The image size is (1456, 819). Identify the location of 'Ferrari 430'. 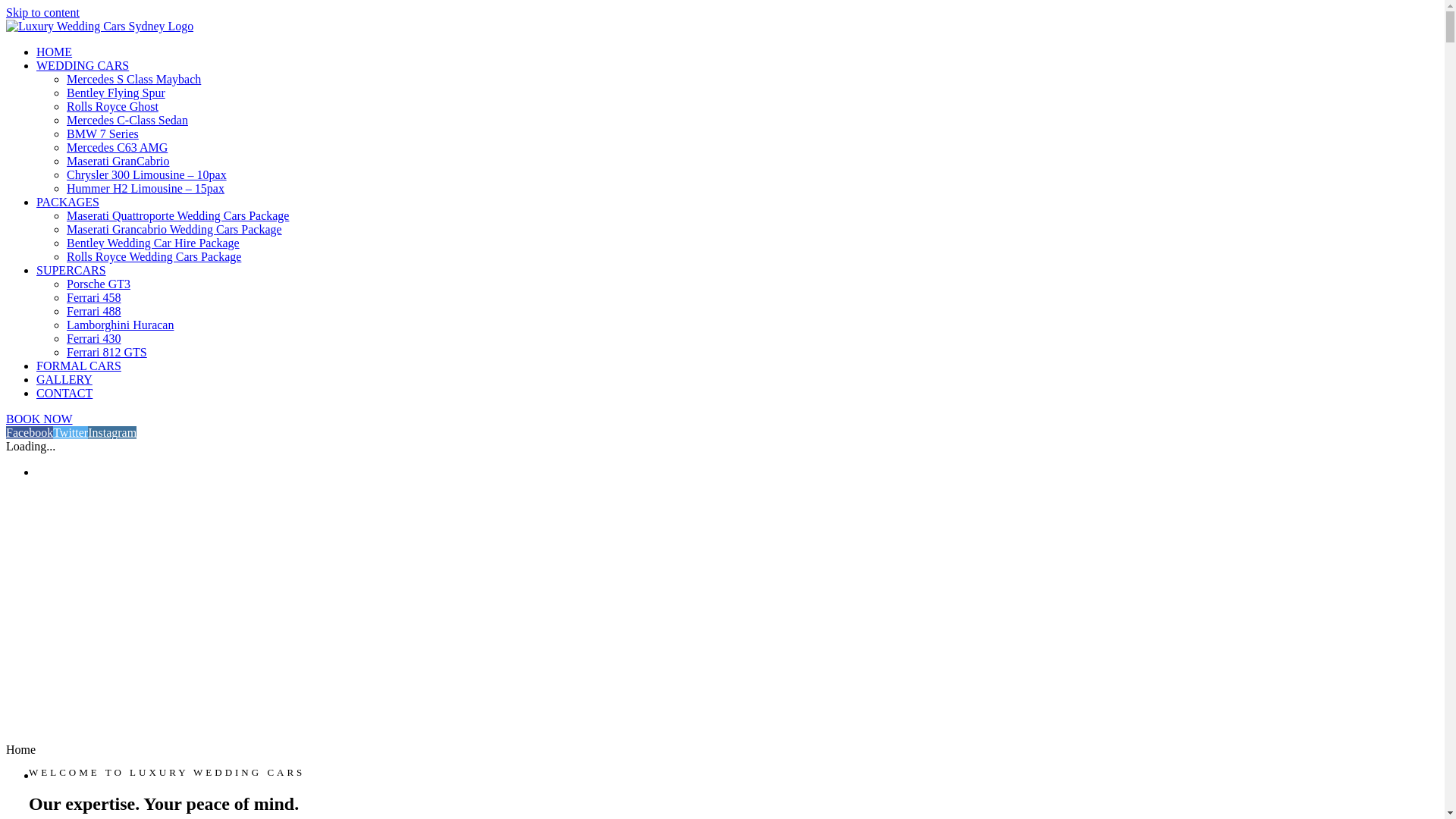
(93, 337).